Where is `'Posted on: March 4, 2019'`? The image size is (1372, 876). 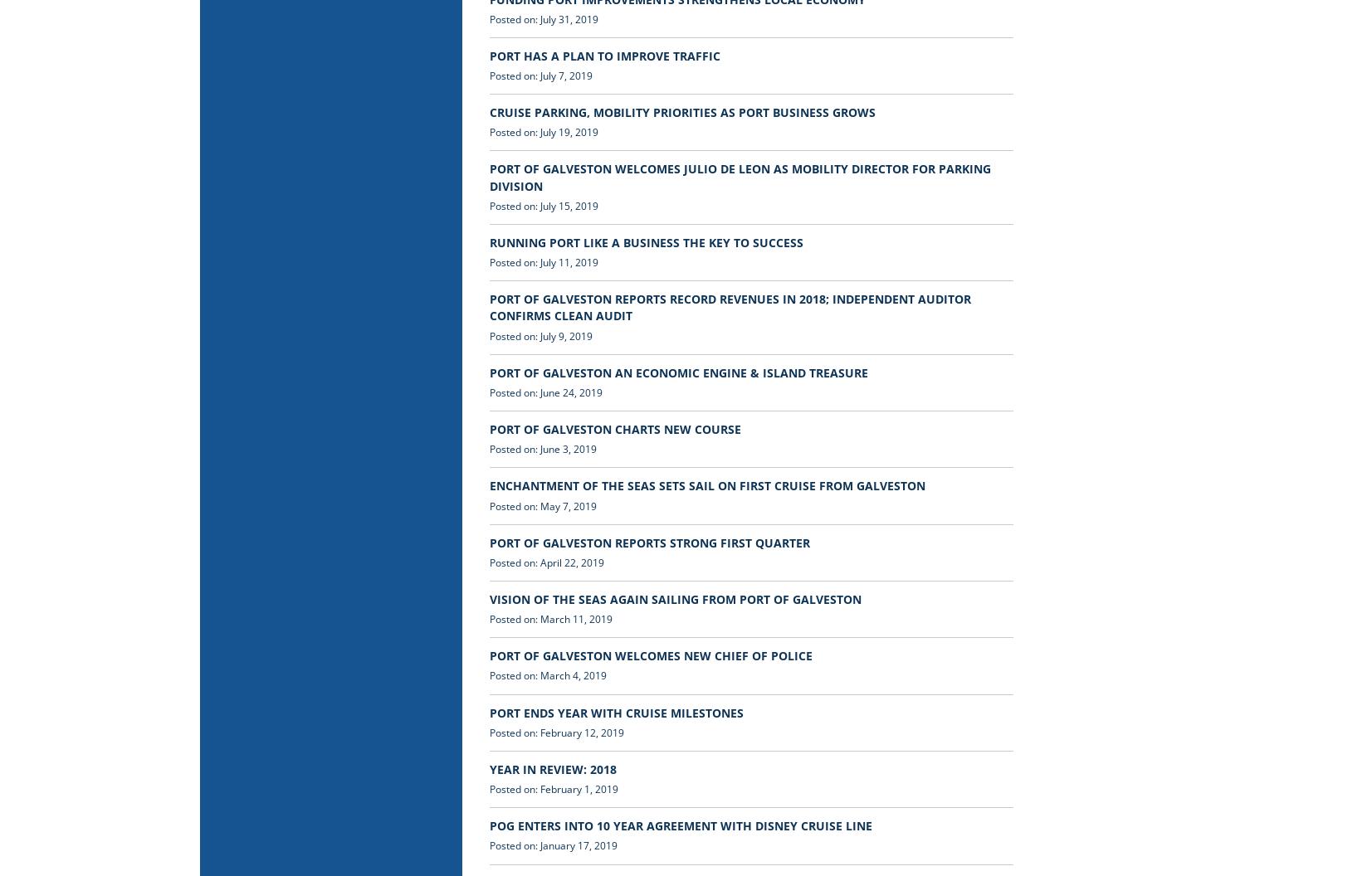
'Posted on: March 4, 2019' is located at coordinates (547, 675).